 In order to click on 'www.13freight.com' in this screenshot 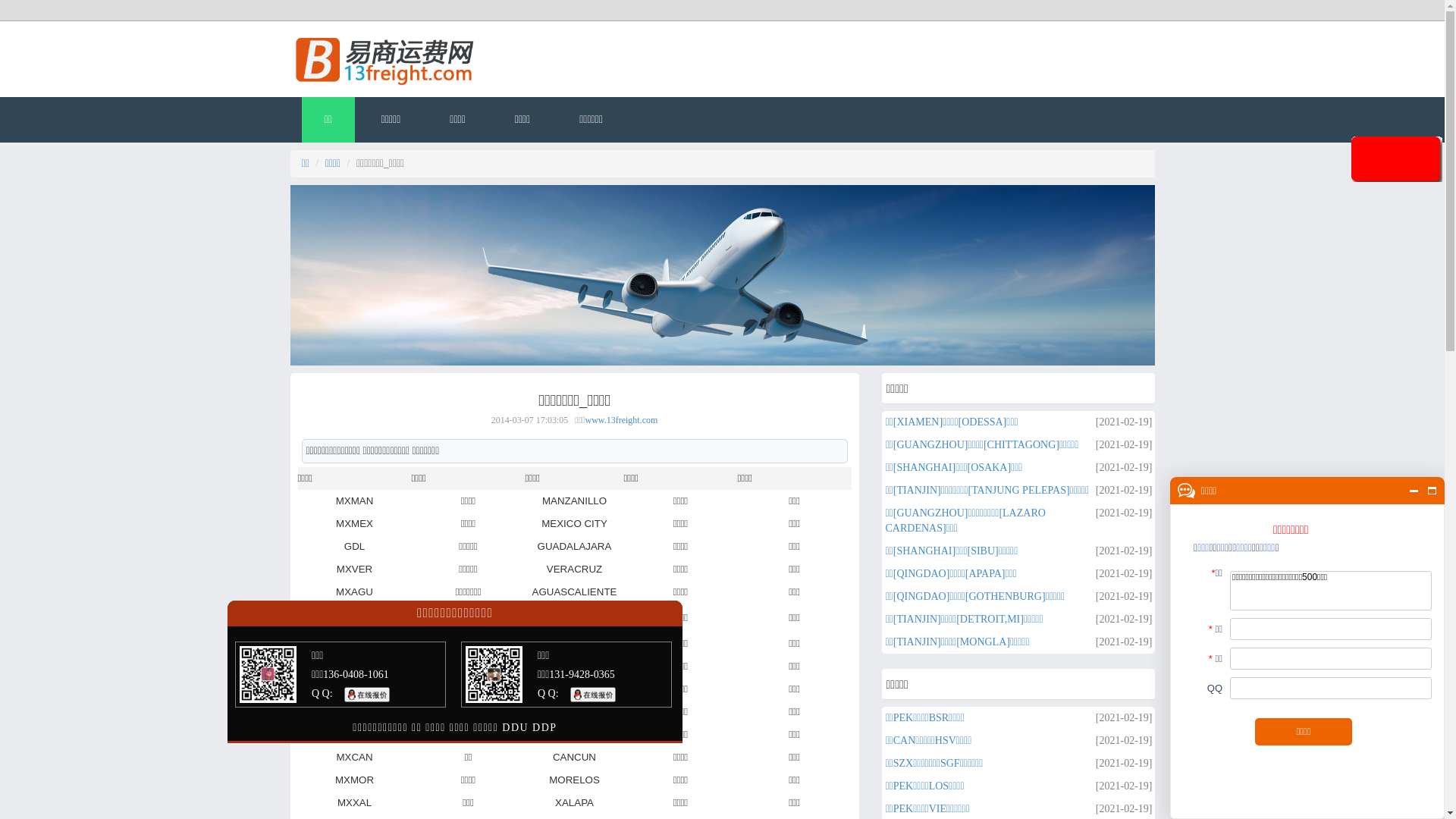, I will do `click(621, 420)`.